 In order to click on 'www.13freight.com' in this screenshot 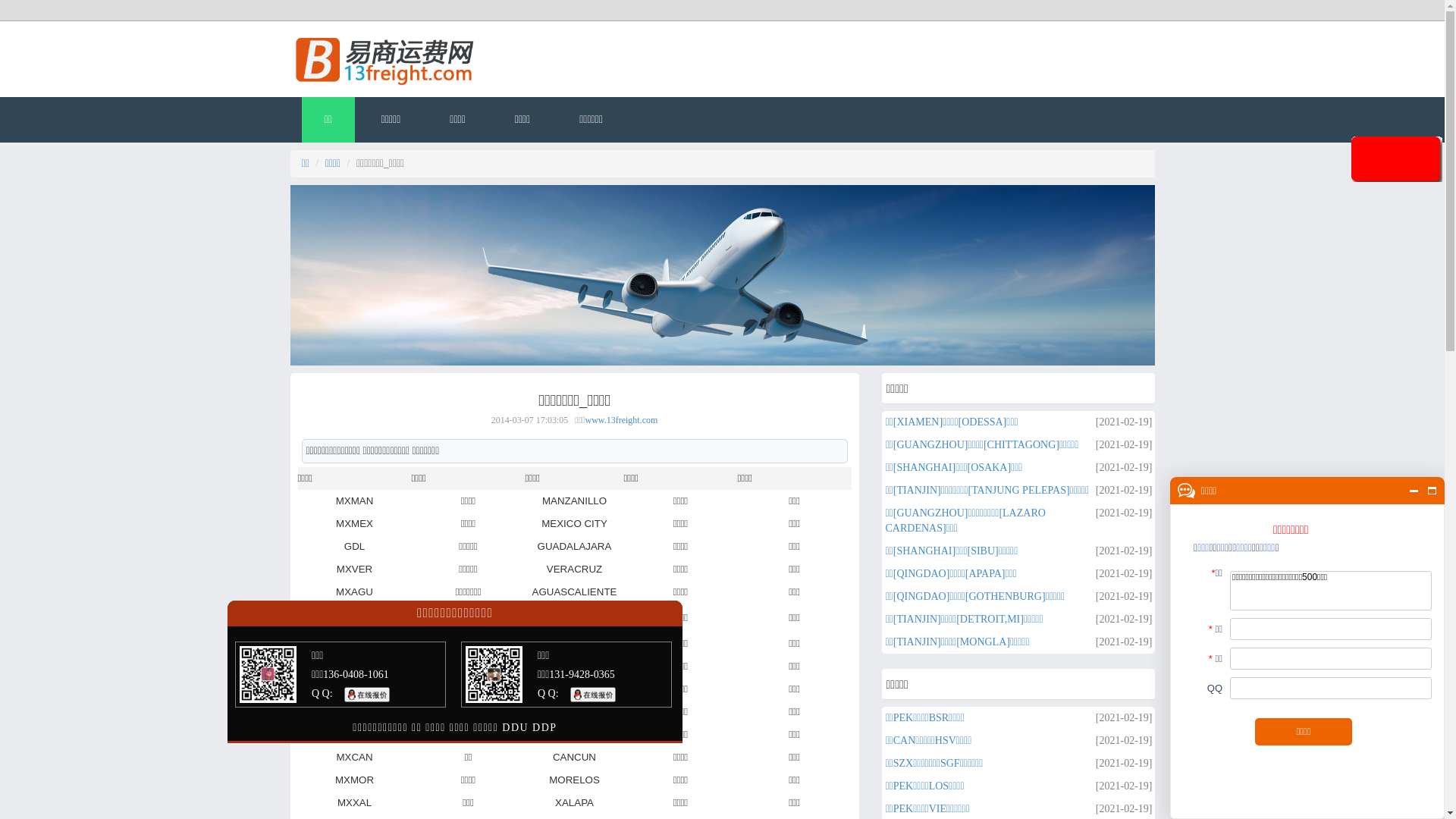, I will do `click(621, 420)`.